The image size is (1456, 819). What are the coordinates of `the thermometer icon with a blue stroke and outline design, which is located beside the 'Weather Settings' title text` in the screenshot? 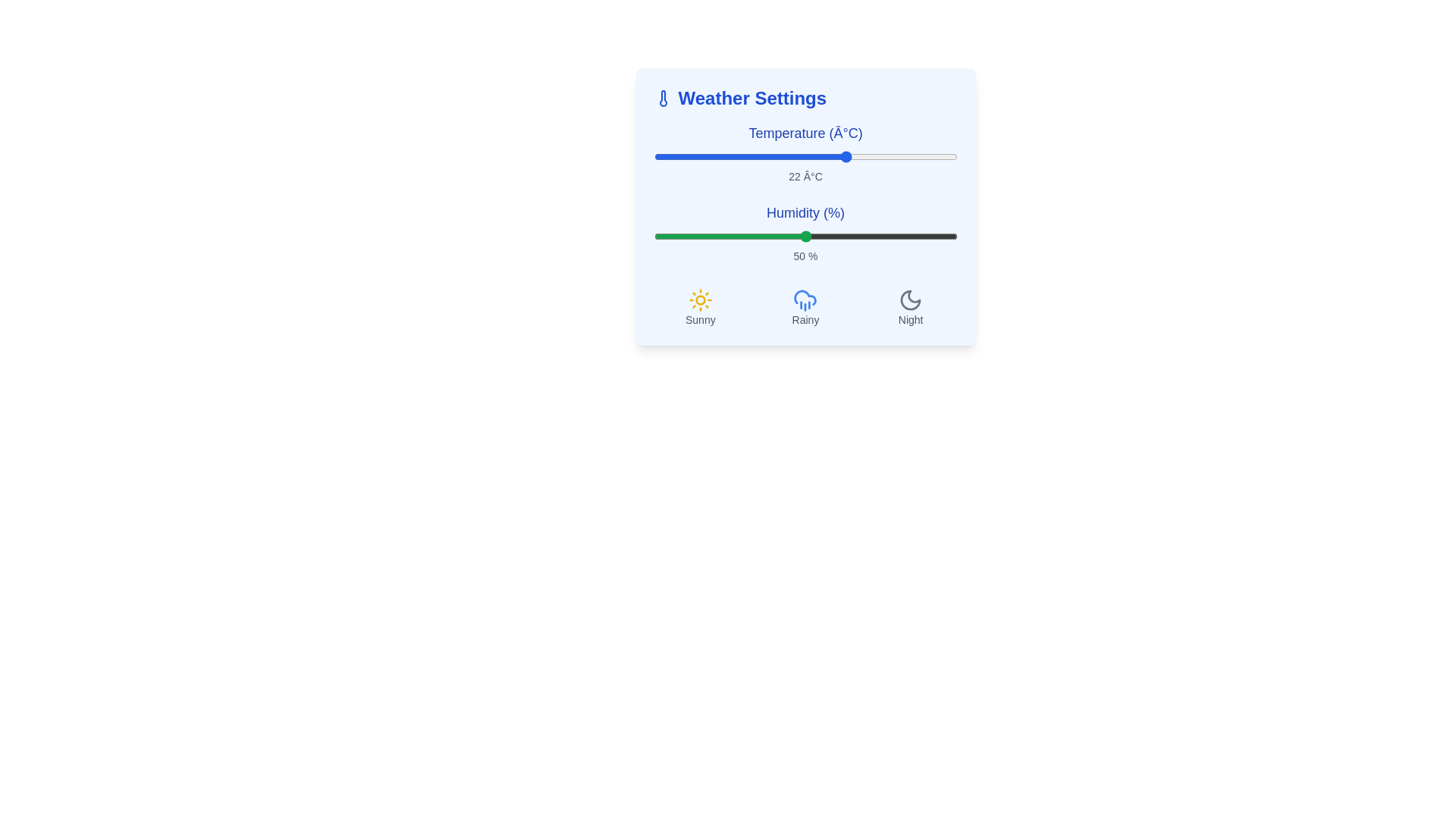 It's located at (663, 99).